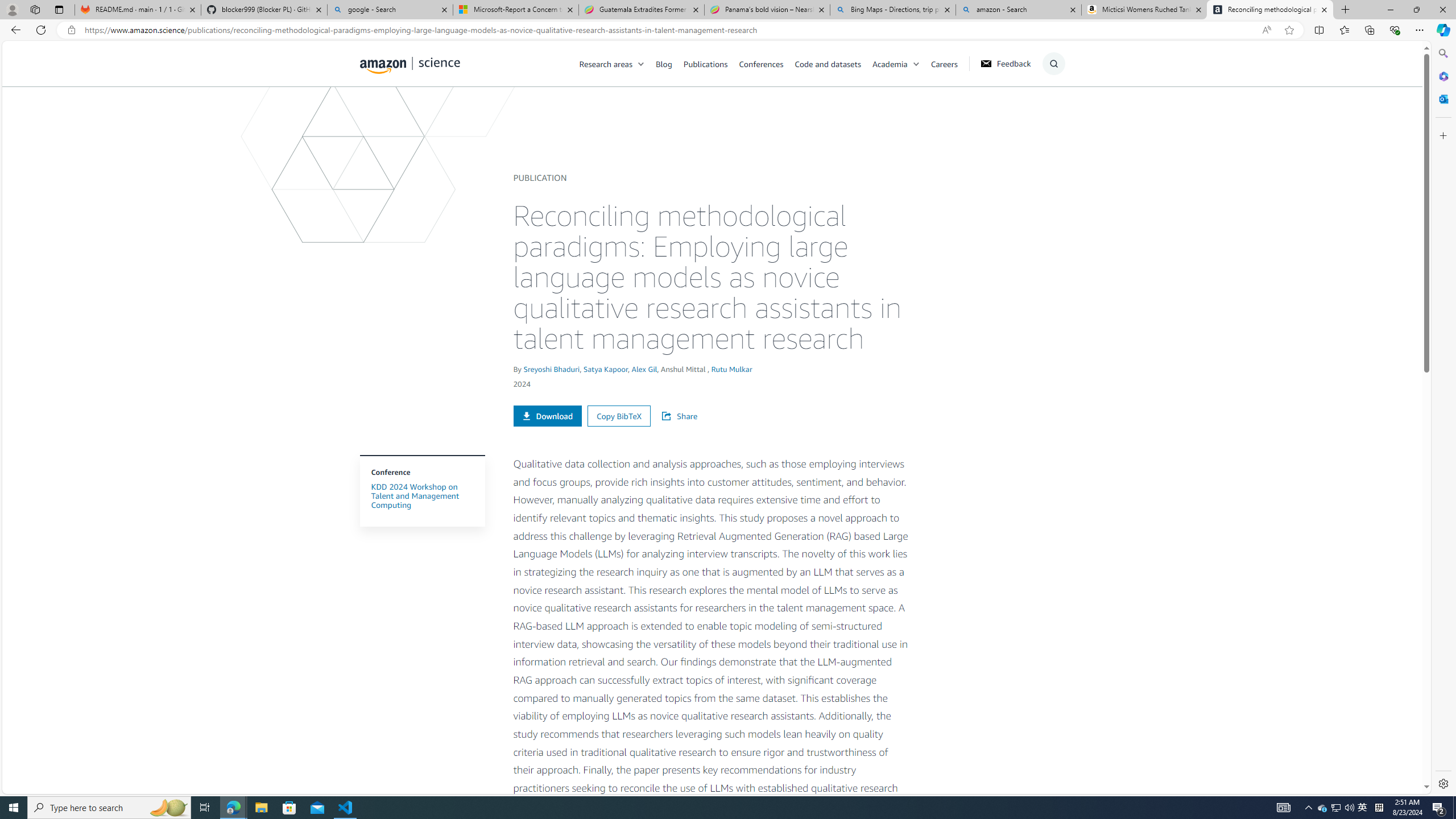 The width and height of the screenshot is (1456, 819). I want to click on 'Blog', so click(669, 63).